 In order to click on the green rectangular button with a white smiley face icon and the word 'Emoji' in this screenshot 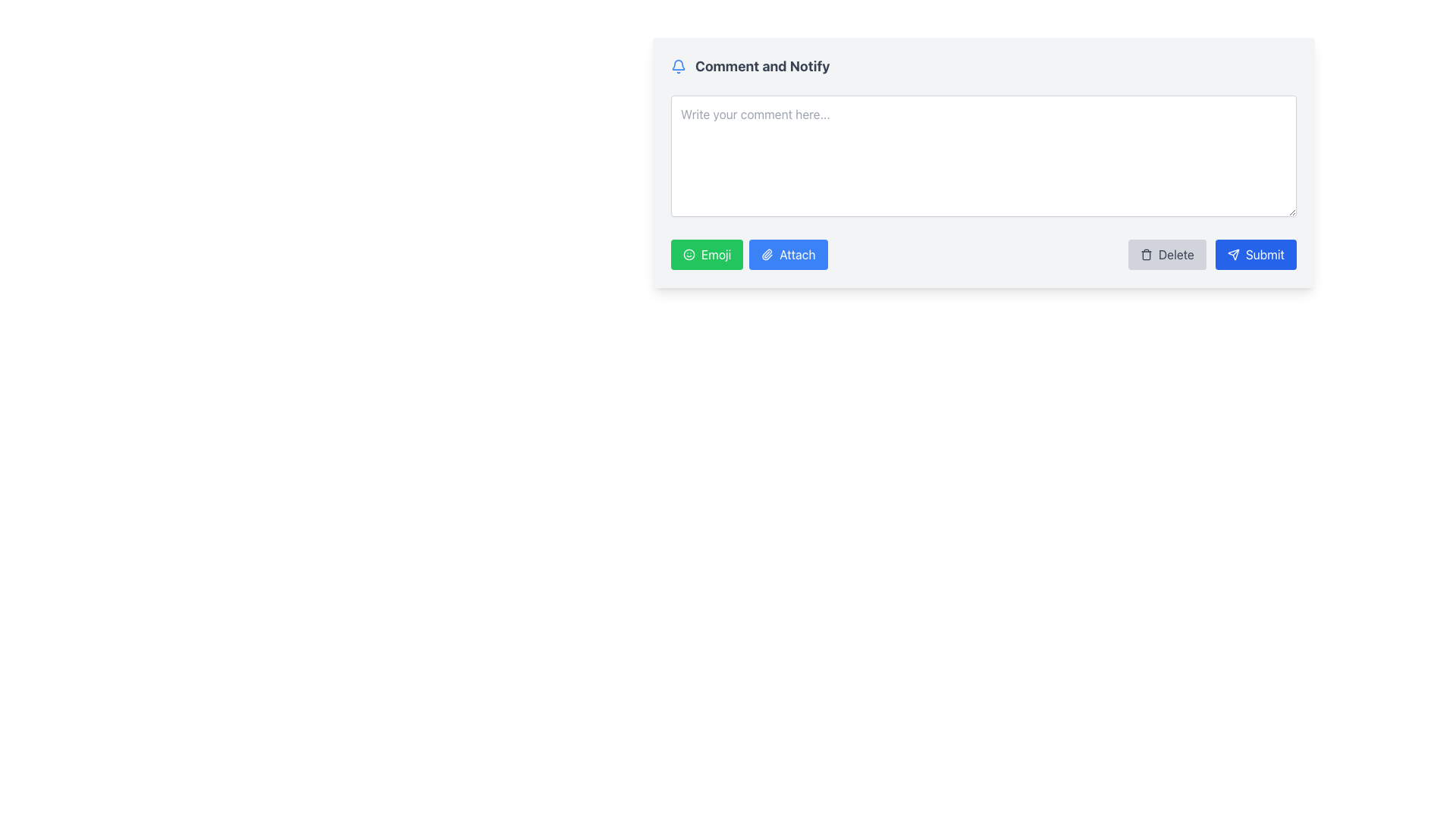, I will do `click(706, 253)`.